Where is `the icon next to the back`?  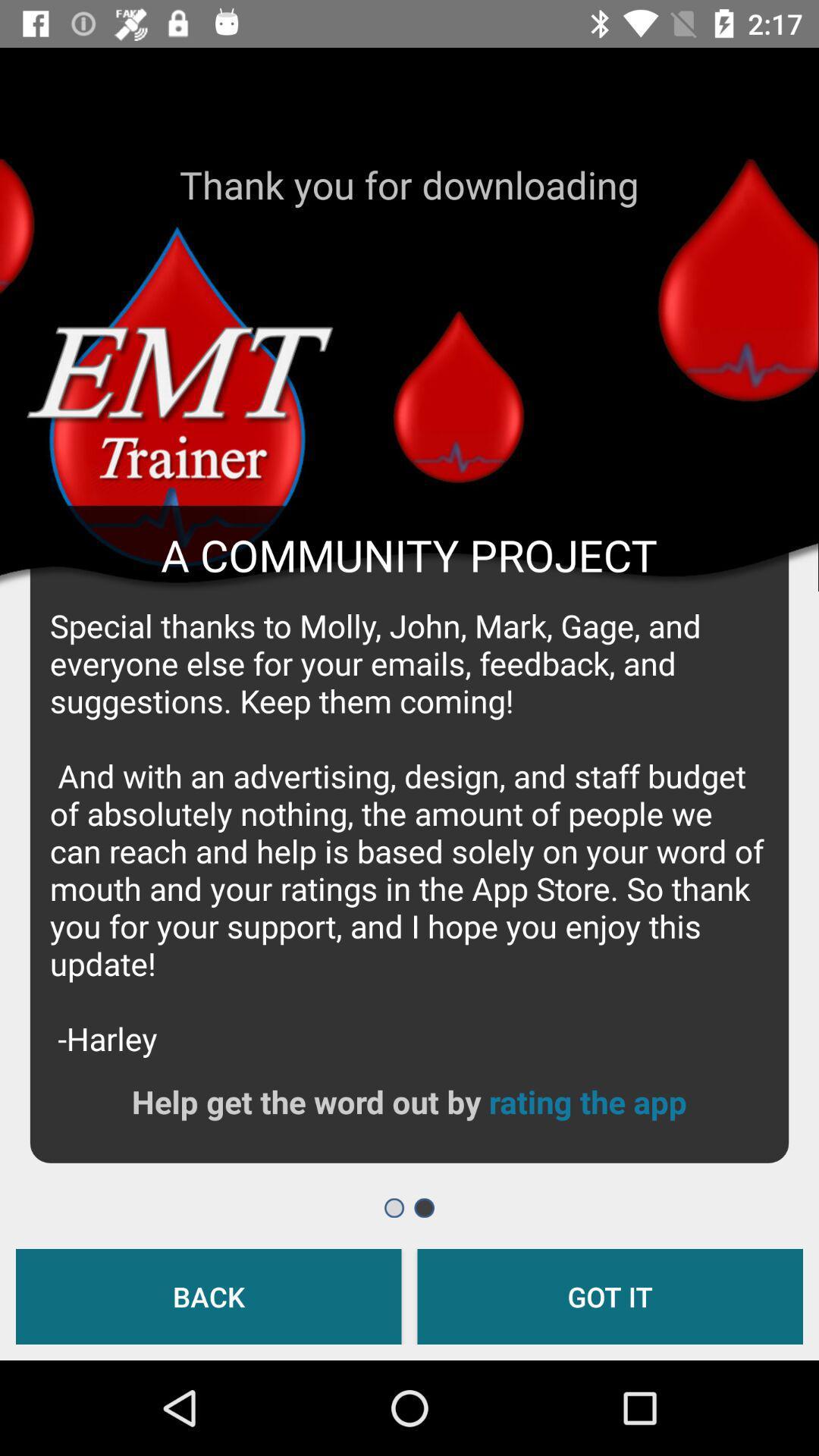 the icon next to the back is located at coordinates (609, 1295).